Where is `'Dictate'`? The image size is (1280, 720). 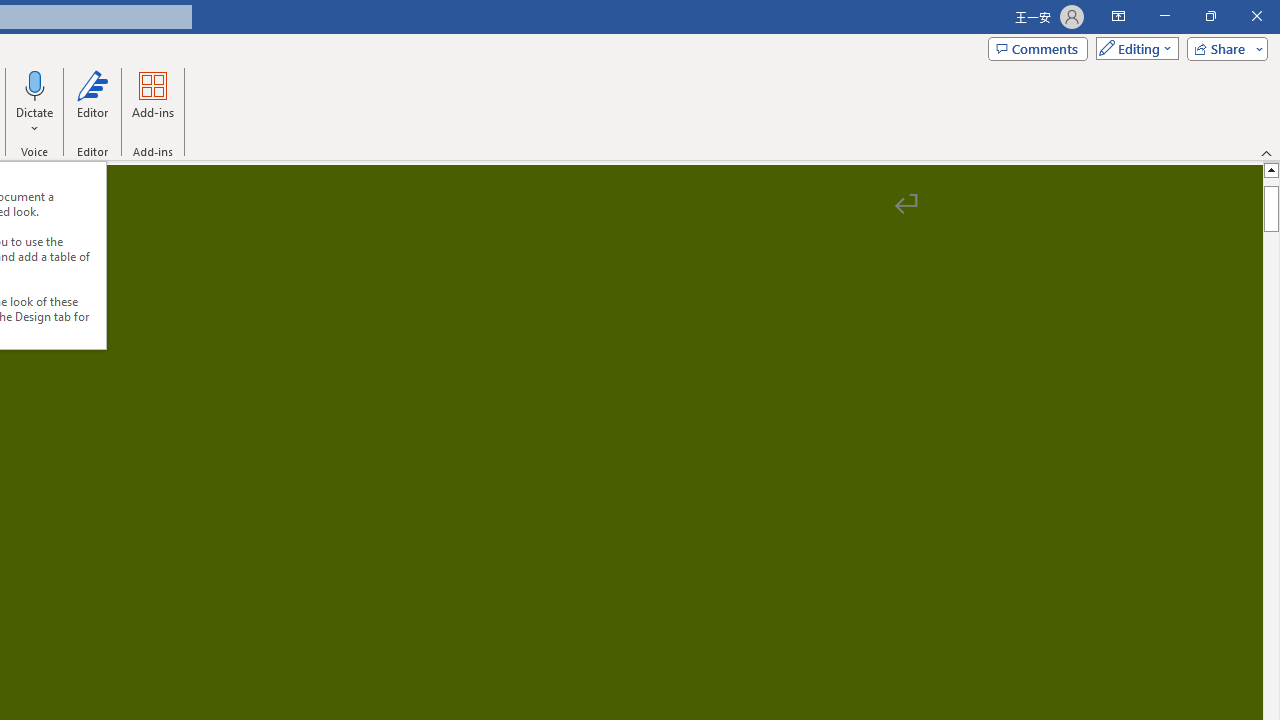 'Dictate' is located at coordinates (35, 103).